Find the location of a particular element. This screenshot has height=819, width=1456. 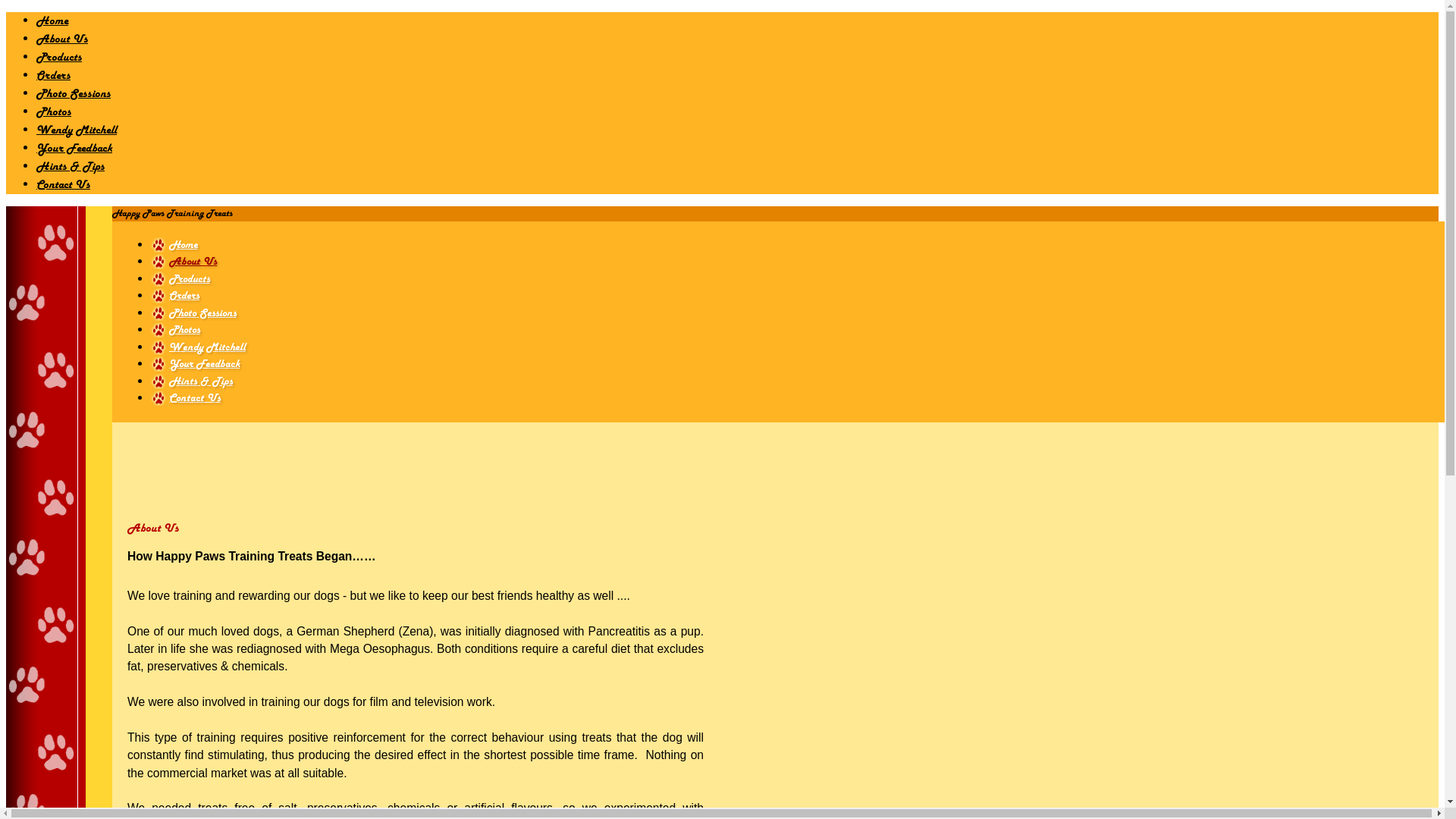

'Wendy Mitchell' is located at coordinates (196, 347).